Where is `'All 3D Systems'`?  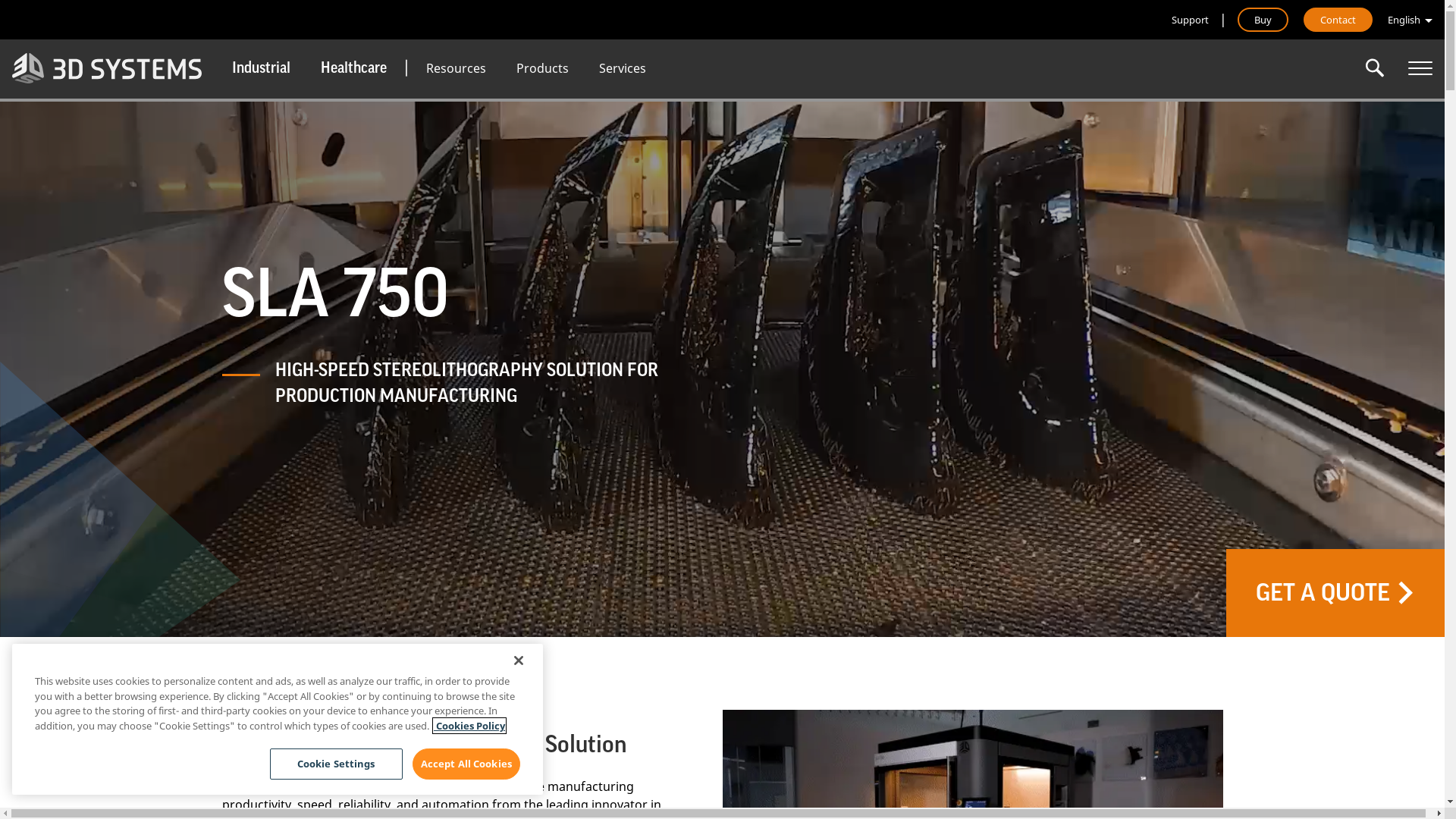 'All 3D Systems' is located at coordinates (1419, 67).